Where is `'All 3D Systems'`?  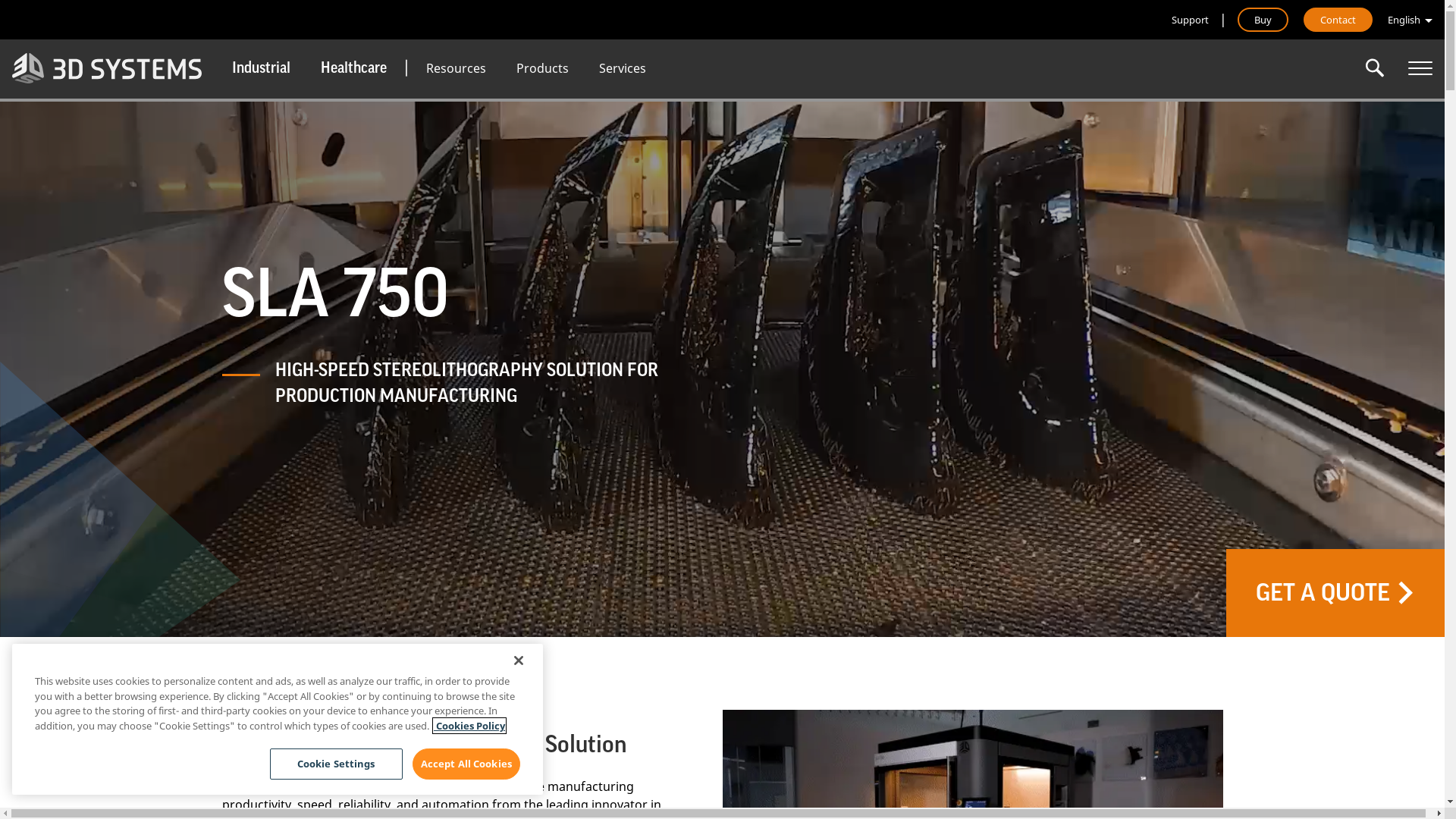 'All 3D Systems' is located at coordinates (1419, 67).